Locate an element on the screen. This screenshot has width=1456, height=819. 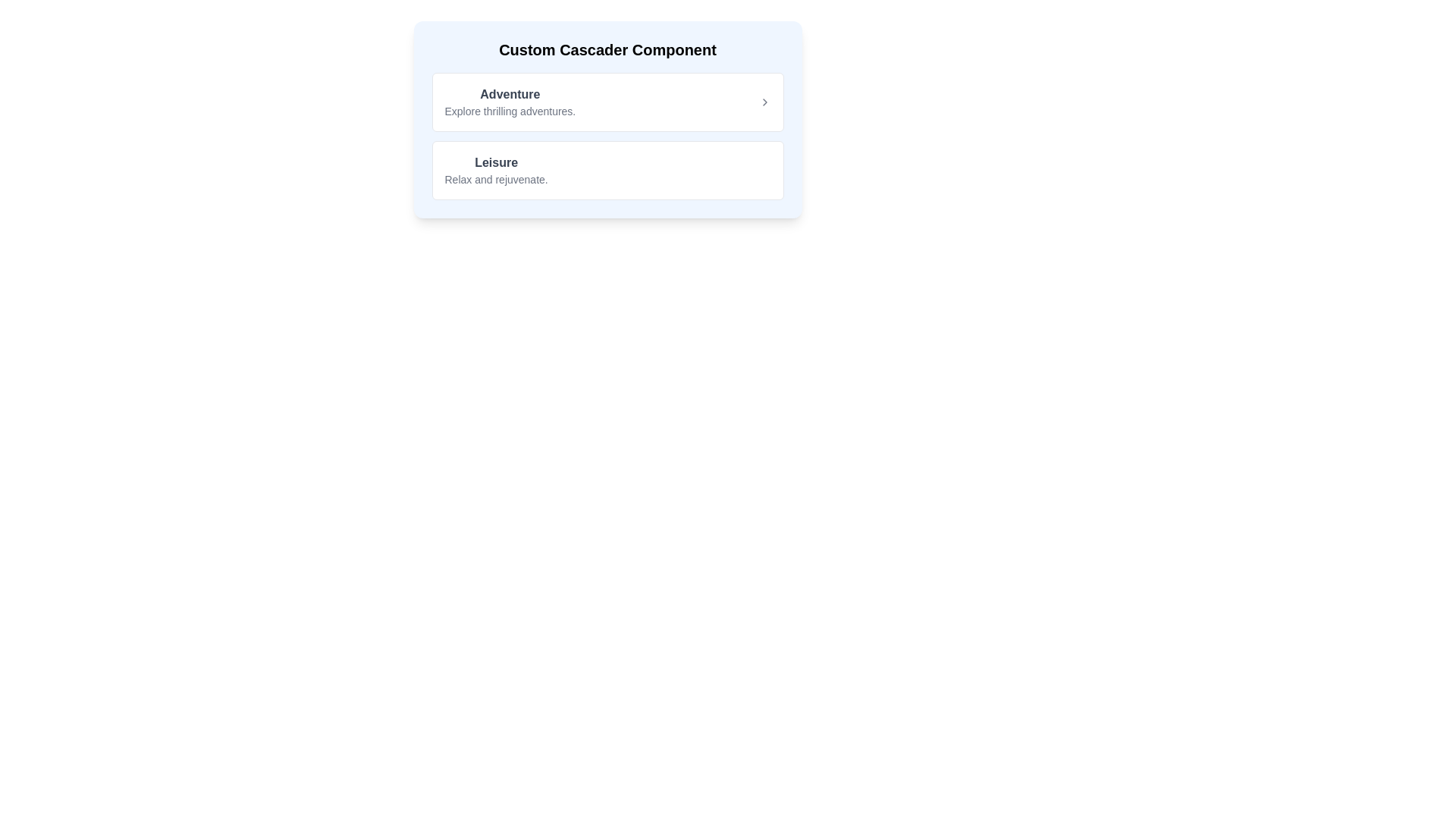
text displayed in the bold, extra-large 'Custom Cascader Component' text block at the top of the centered card is located at coordinates (607, 49).